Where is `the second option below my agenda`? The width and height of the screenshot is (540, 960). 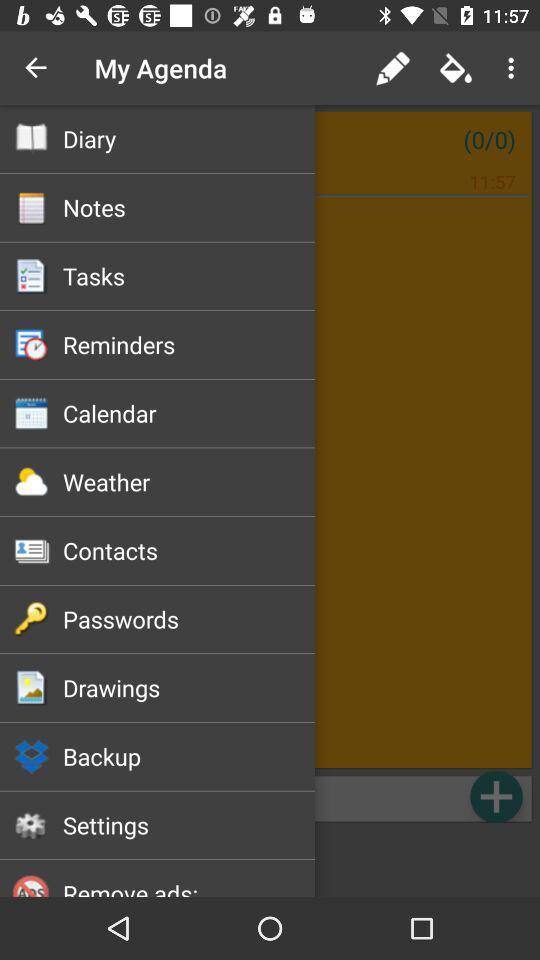 the second option below my agenda is located at coordinates (31, 208).